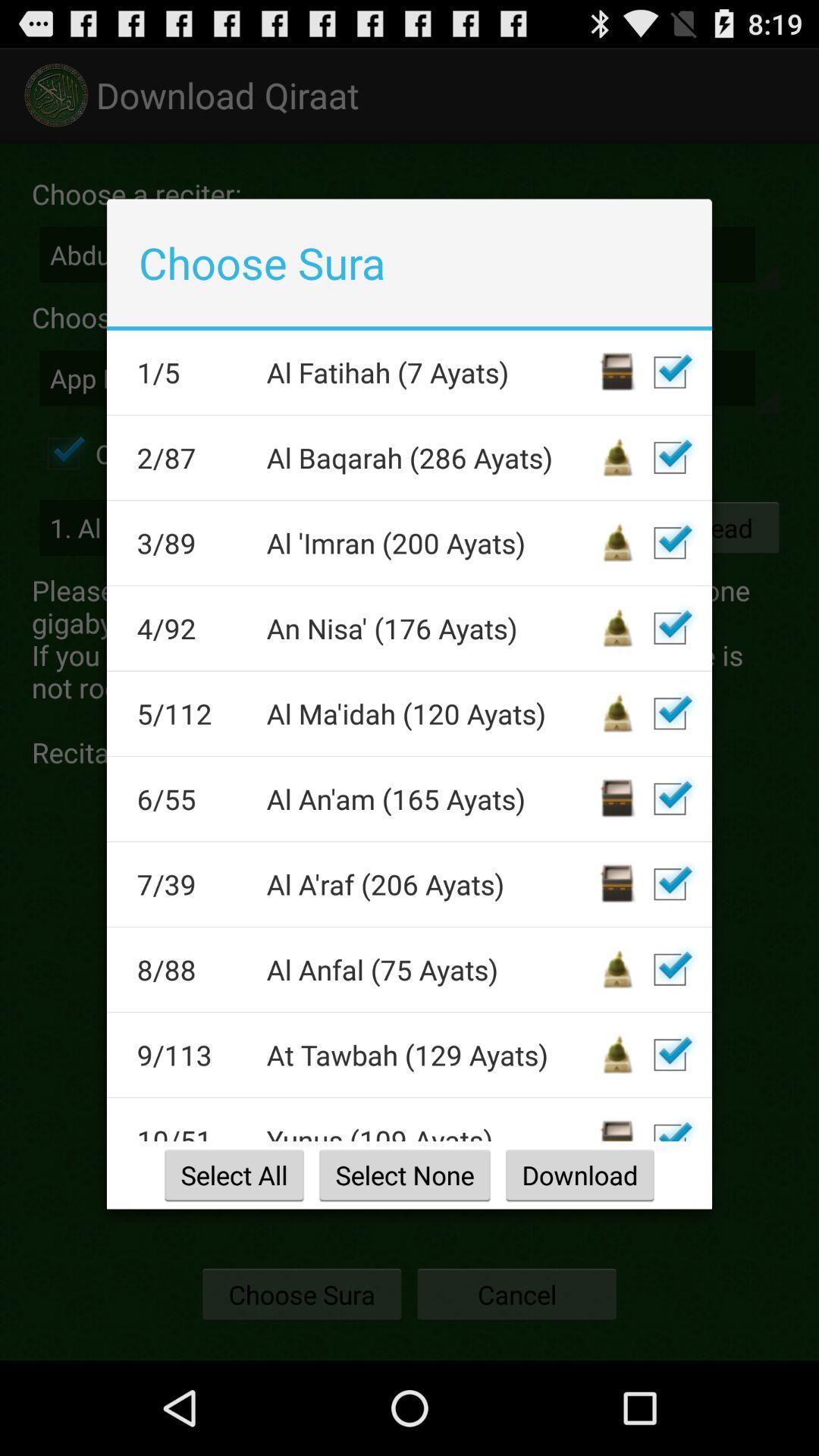 This screenshot has width=819, height=1456. I want to click on option selected, so click(669, 968).